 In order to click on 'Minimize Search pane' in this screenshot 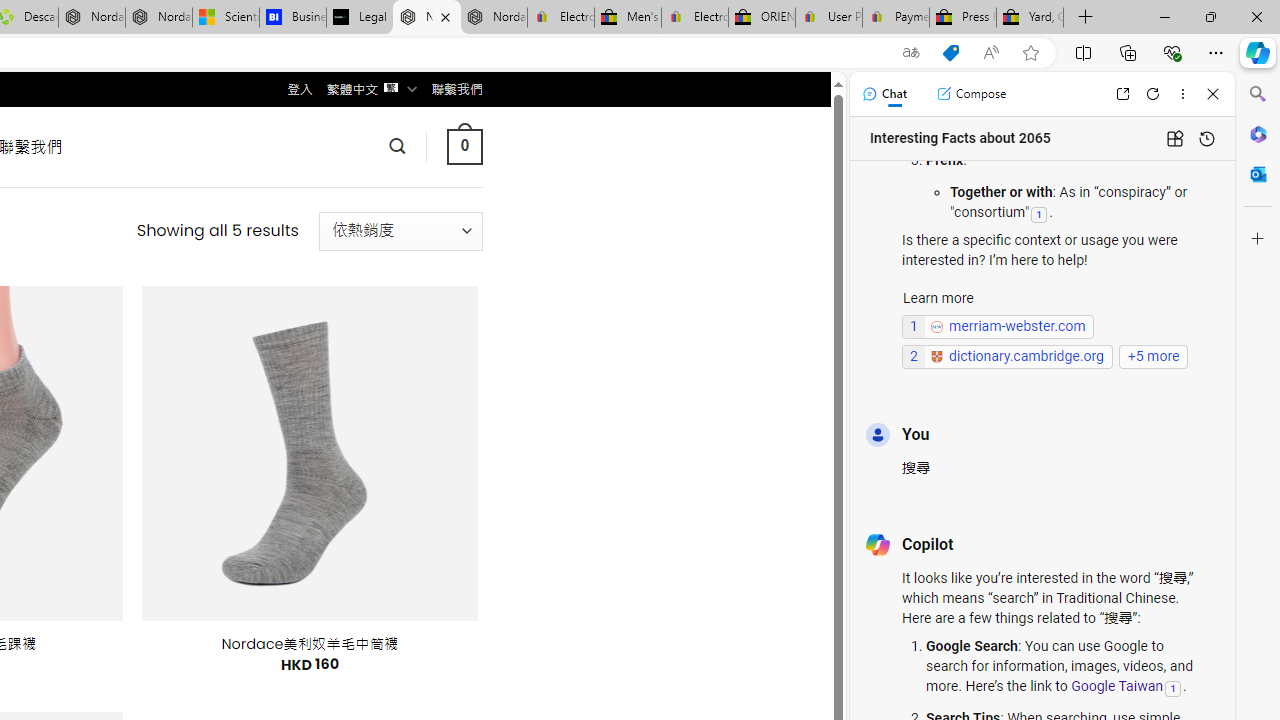, I will do `click(1257, 94)`.